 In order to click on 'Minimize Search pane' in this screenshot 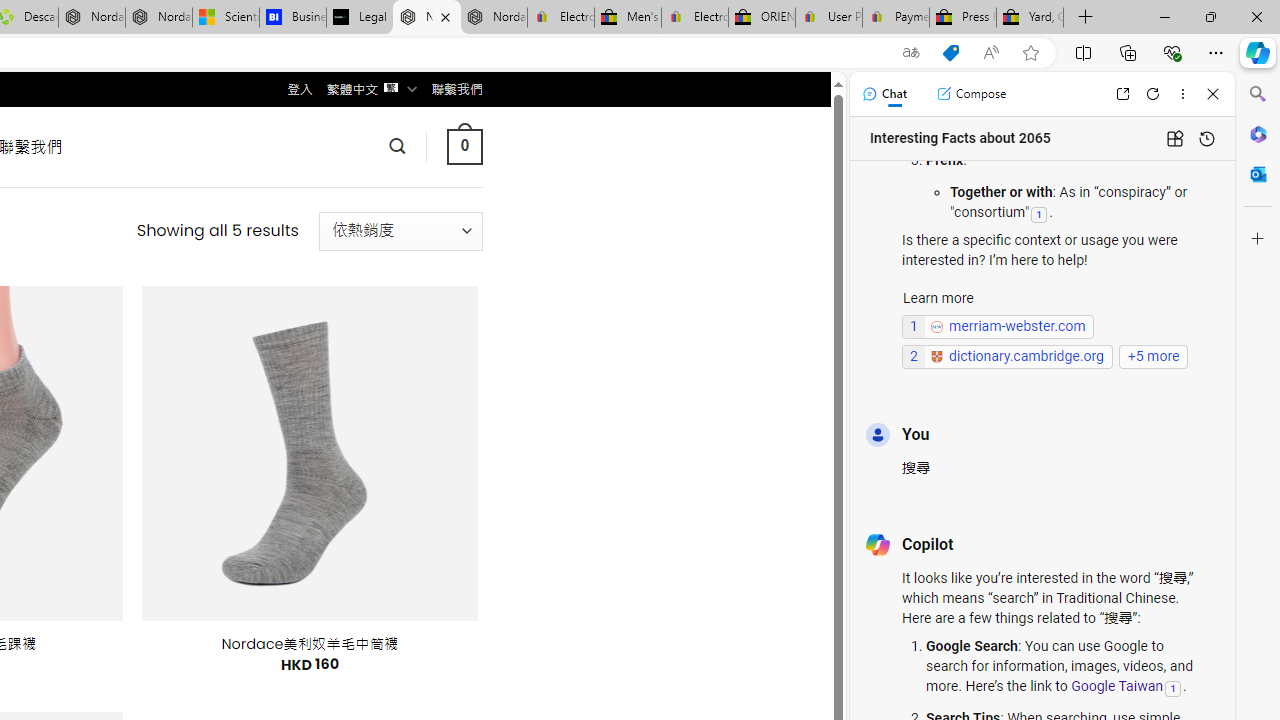, I will do `click(1257, 94)`.